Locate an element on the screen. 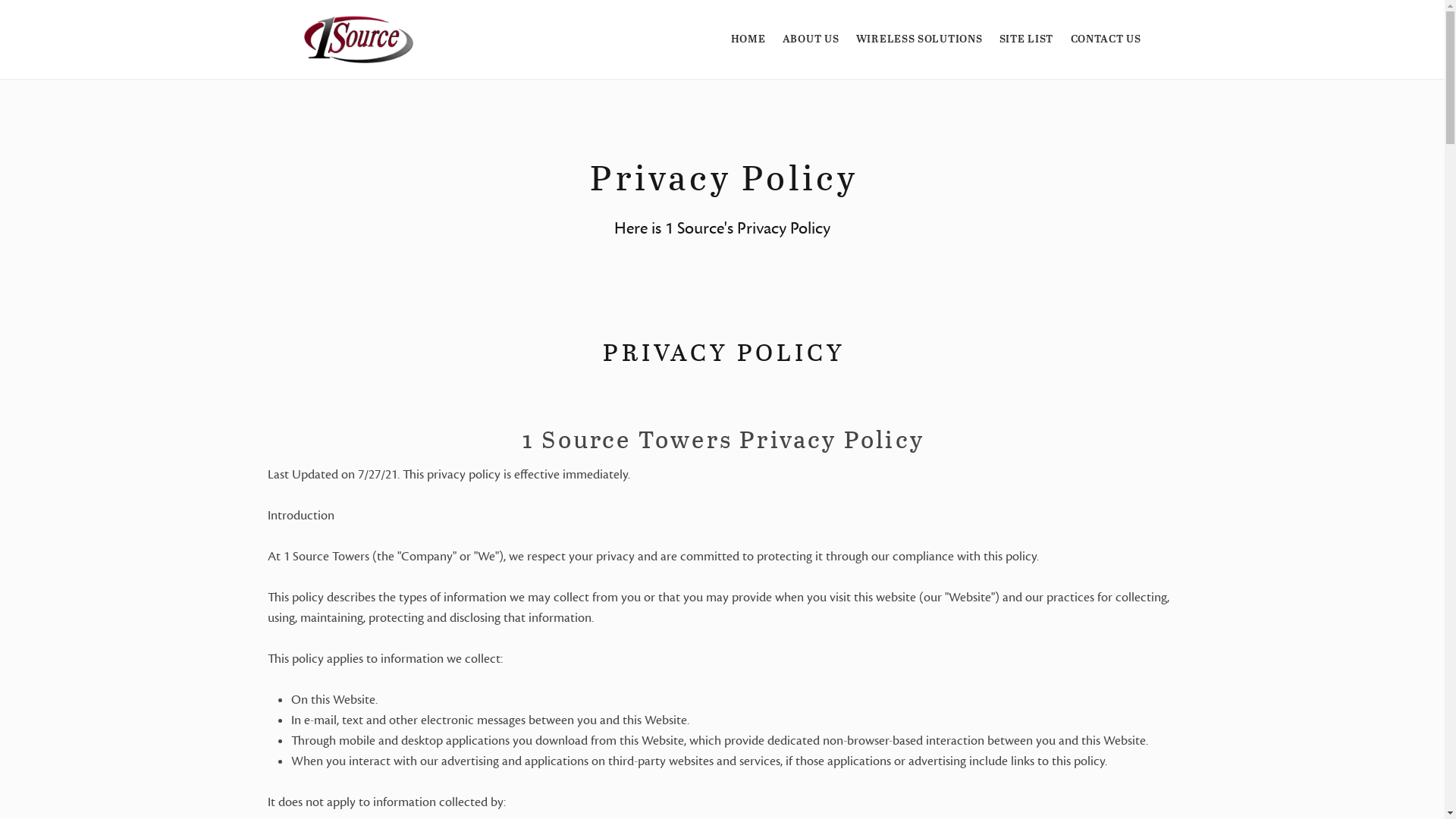 This screenshot has height=819, width=1456. '1 Source Towers' is located at coordinates (356, 38).